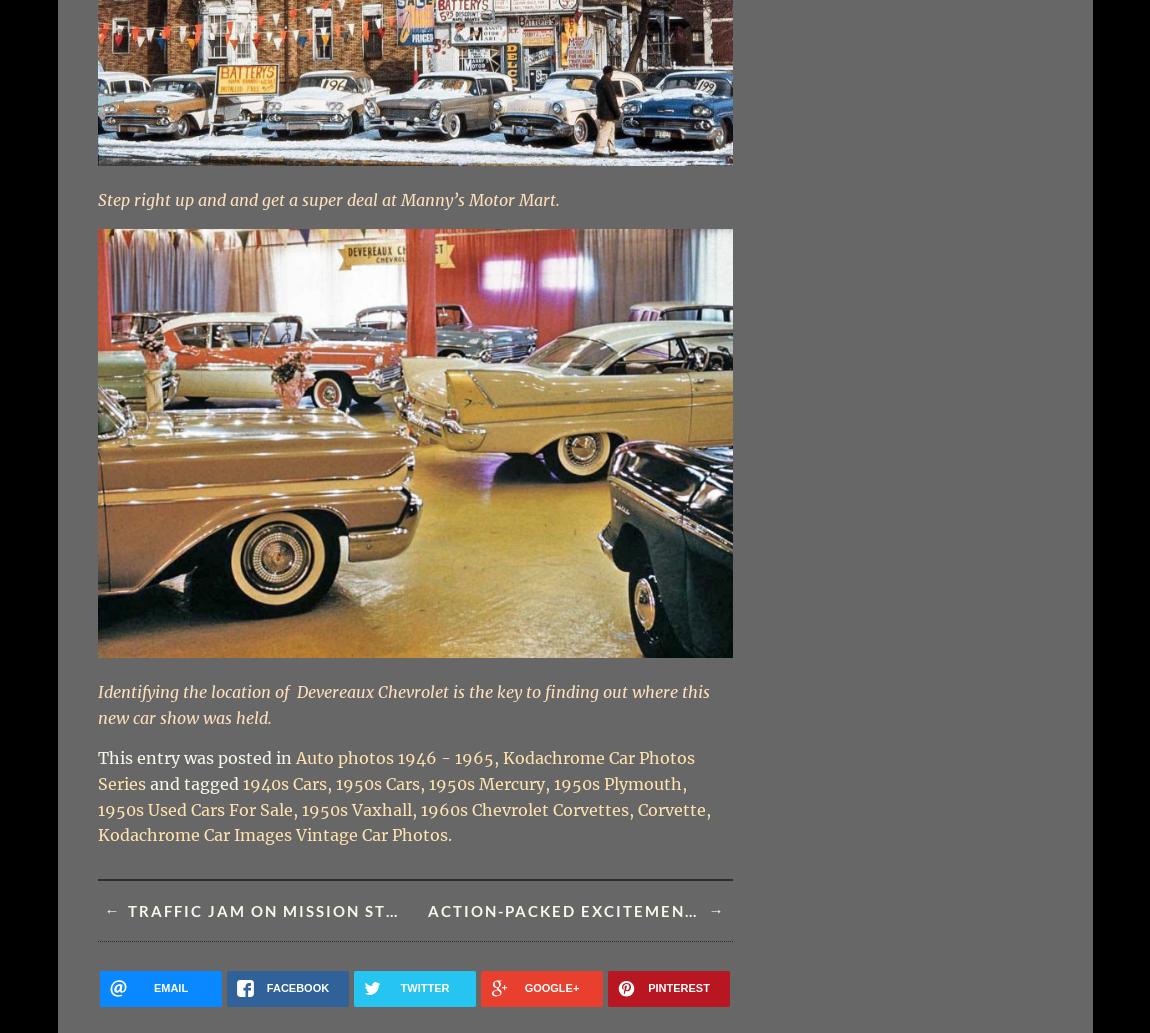  What do you see at coordinates (327, 198) in the screenshot?
I see `'Step right up and and get a super deal at Manny’s Motor Mart.'` at bounding box center [327, 198].